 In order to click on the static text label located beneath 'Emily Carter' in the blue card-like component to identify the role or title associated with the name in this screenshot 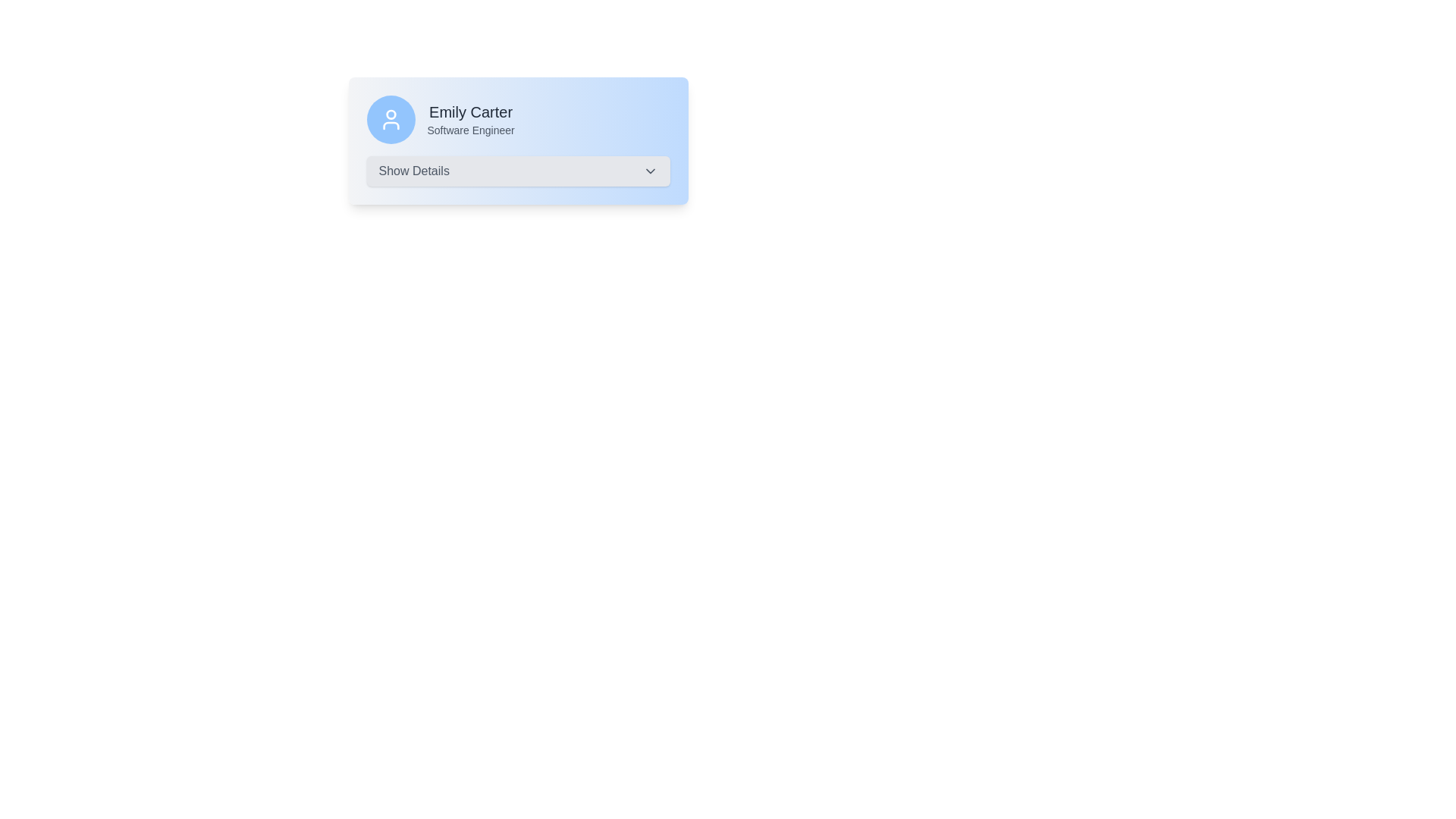, I will do `click(470, 130)`.